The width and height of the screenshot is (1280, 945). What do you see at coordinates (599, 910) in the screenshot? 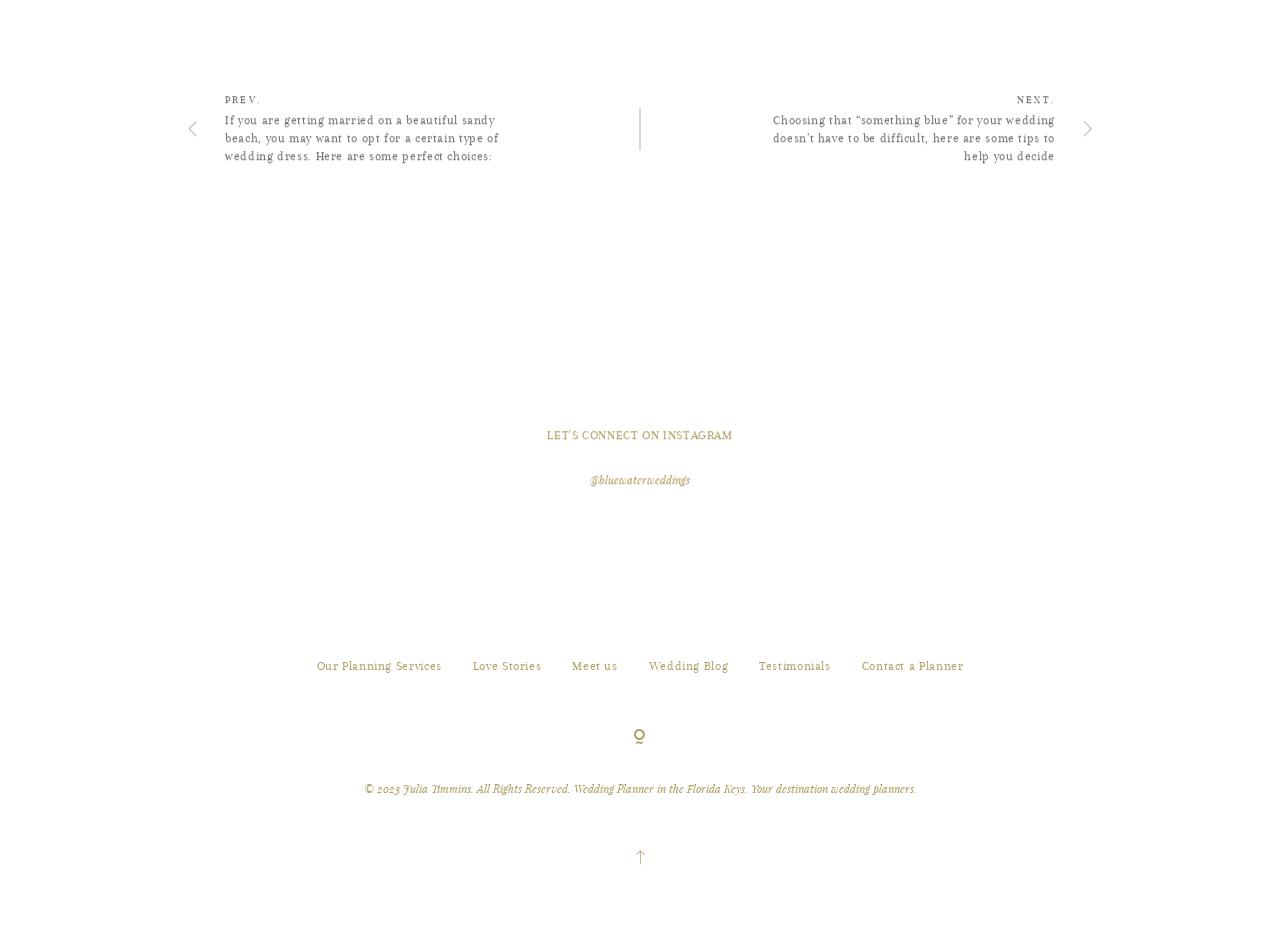
I see `'Powered by'` at bounding box center [599, 910].